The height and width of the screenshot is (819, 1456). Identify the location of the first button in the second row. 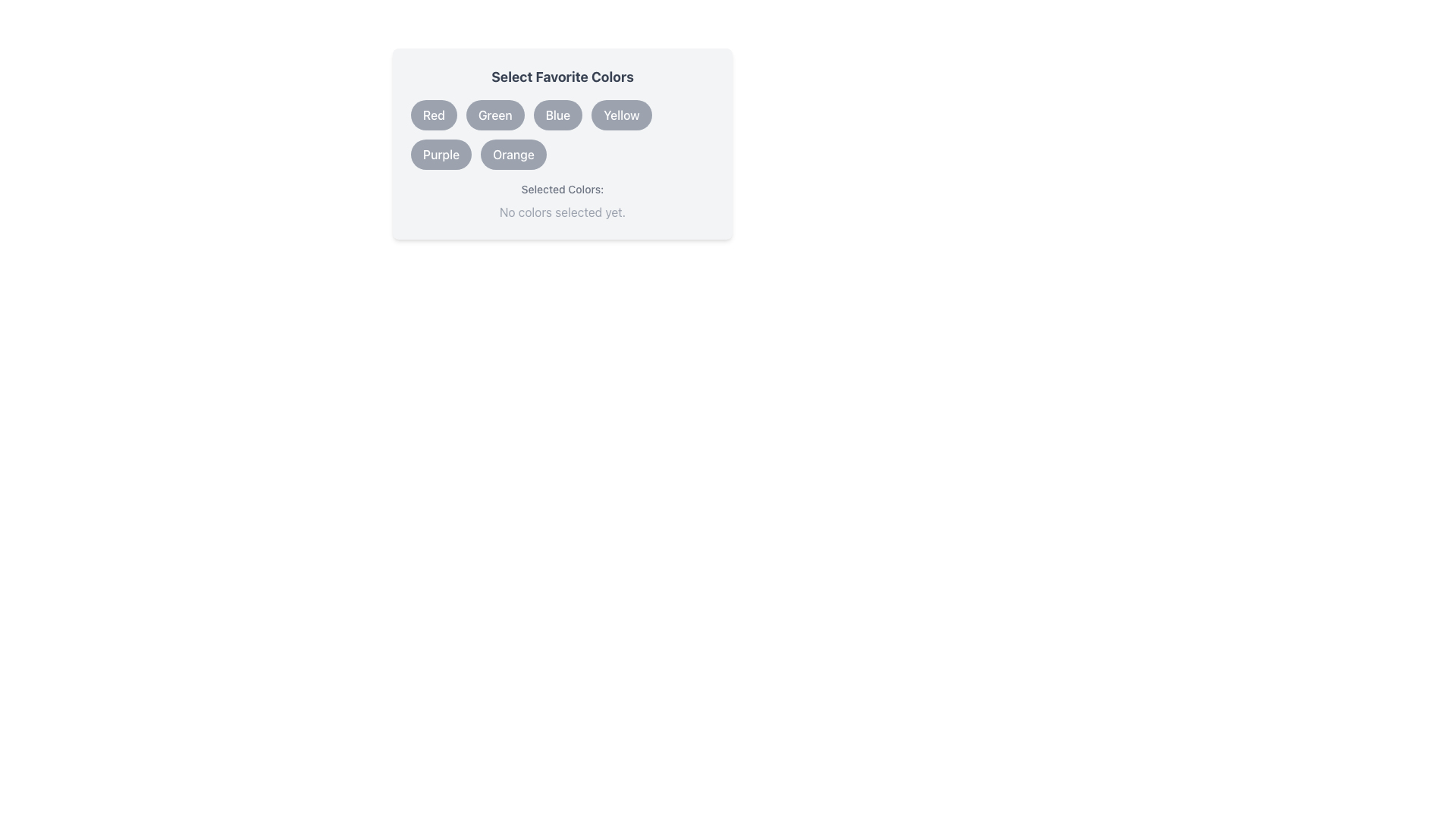
(441, 155).